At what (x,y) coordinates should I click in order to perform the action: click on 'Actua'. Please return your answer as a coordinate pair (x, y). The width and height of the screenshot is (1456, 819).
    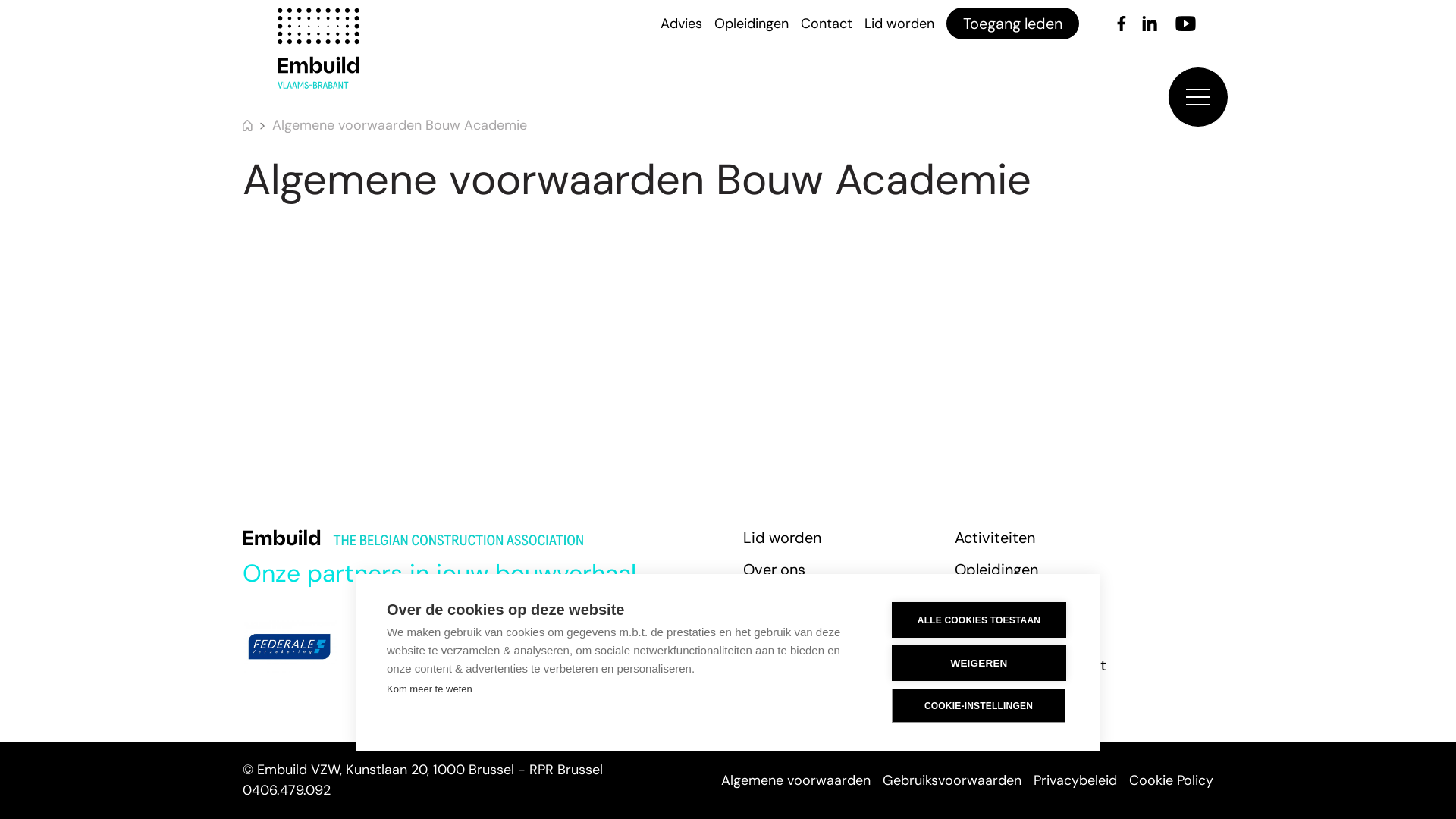
    Looking at the image, I should click on (974, 601).